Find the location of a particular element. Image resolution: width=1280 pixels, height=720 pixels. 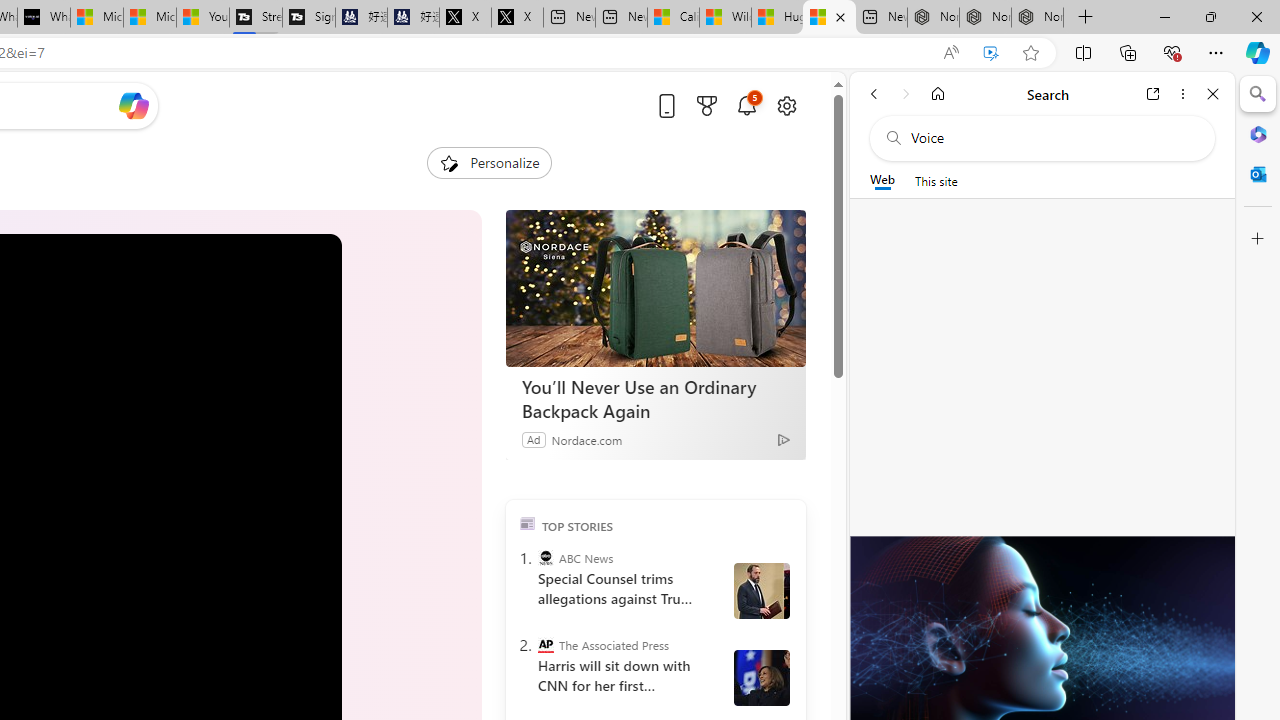

'What' is located at coordinates (44, 17).